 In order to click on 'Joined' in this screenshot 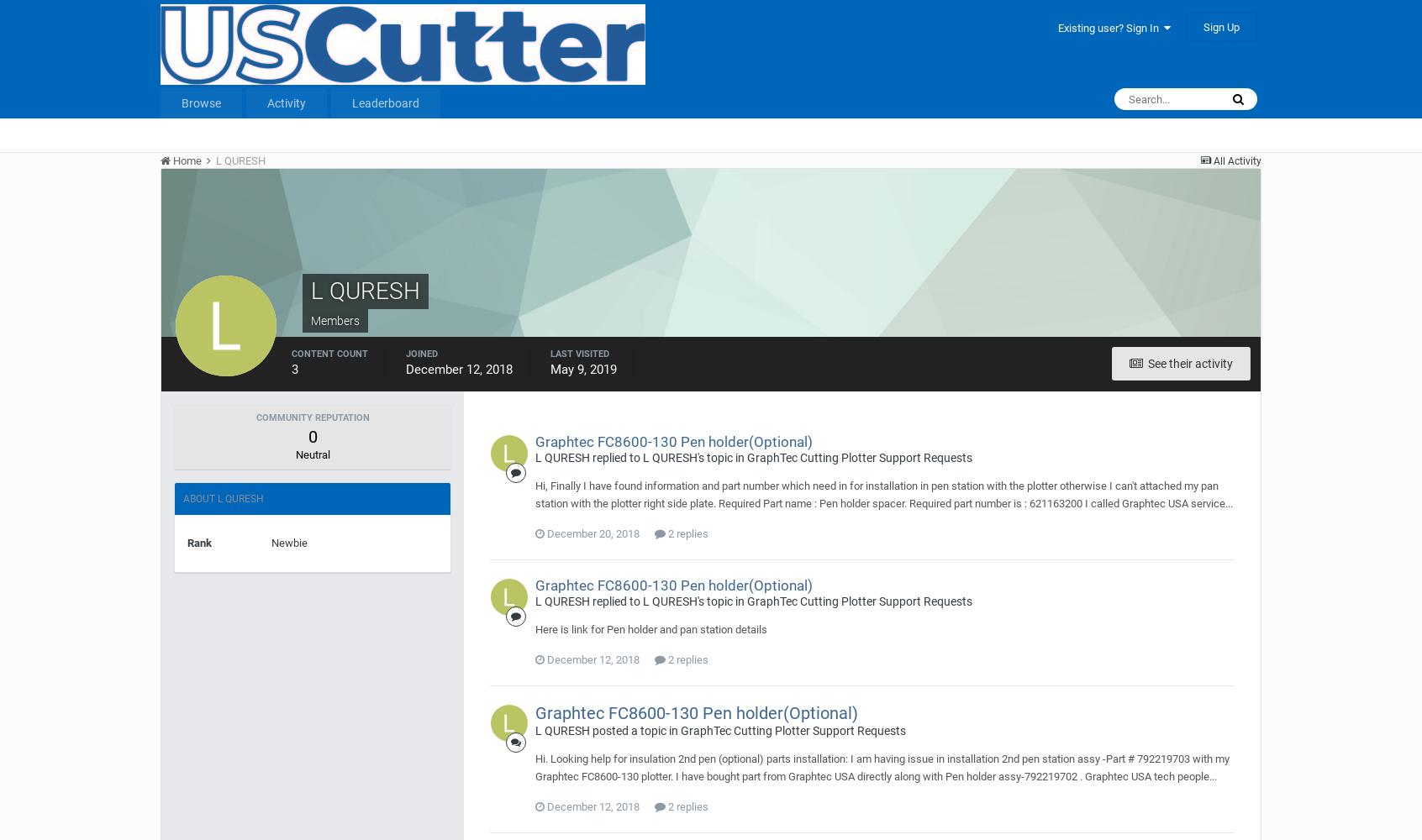, I will do `click(422, 354)`.